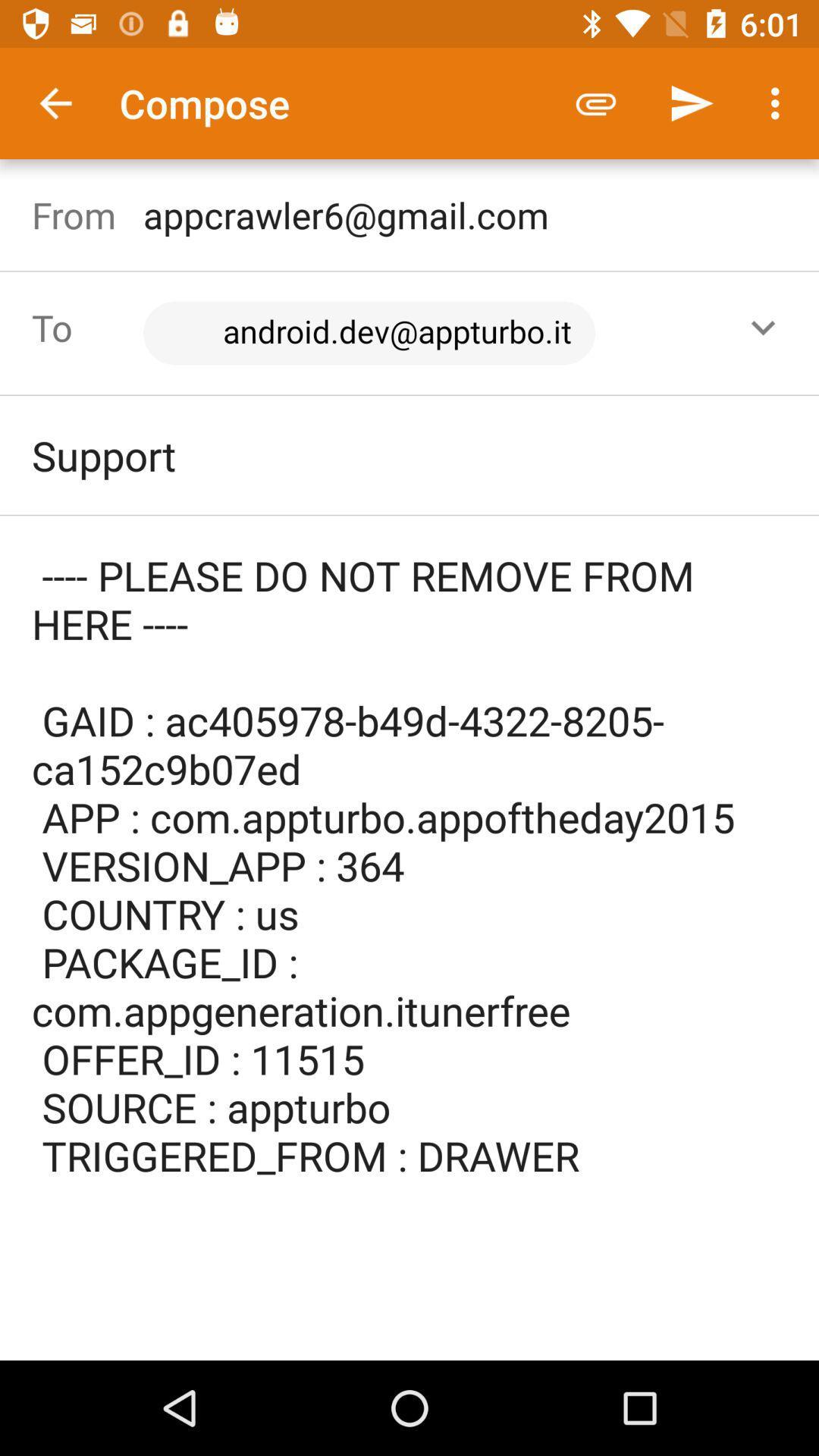 The height and width of the screenshot is (1456, 819). I want to click on the icon to the right of compose icon, so click(595, 102).